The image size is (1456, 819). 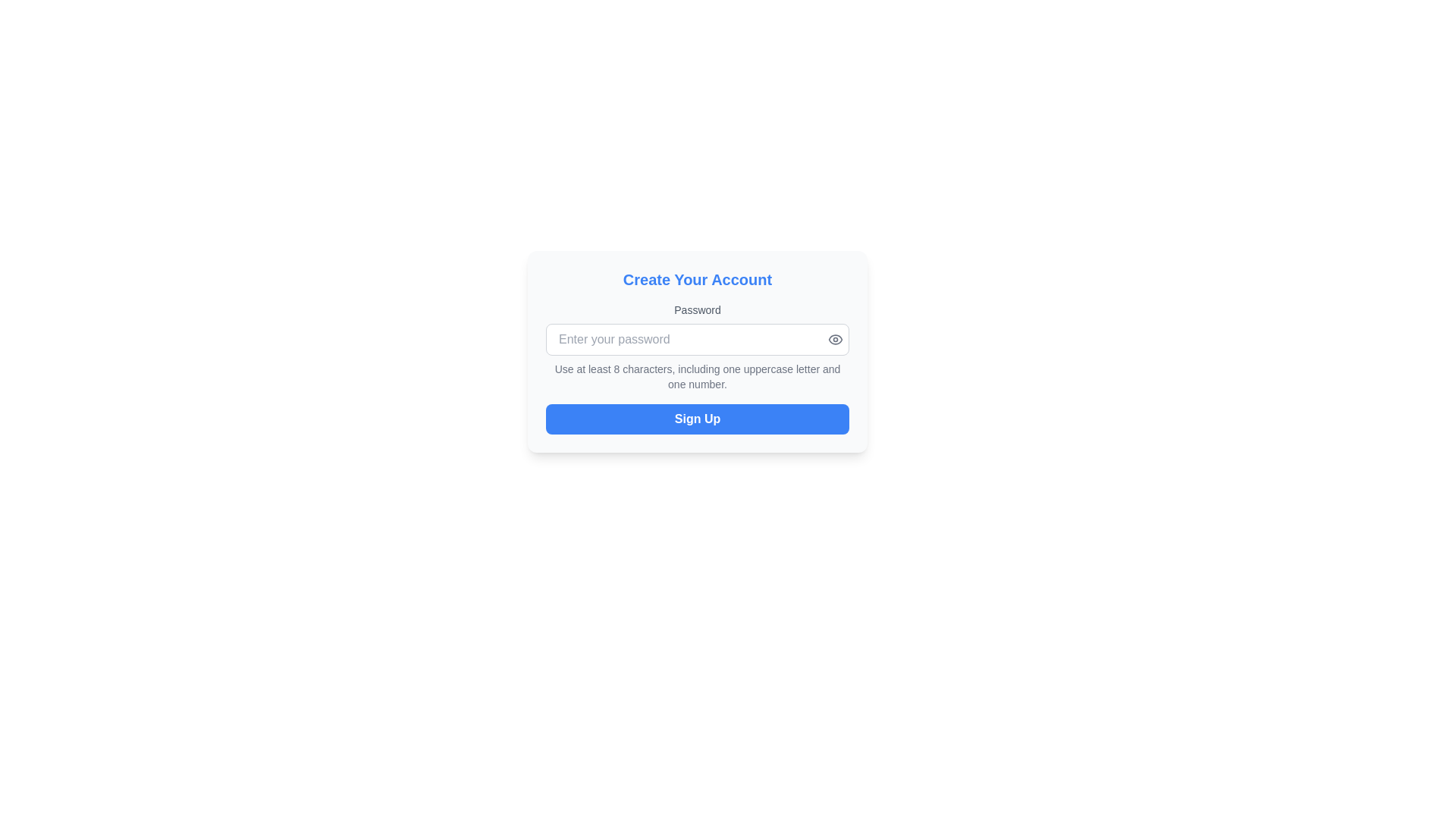 I want to click on the eye icon button, so click(x=835, y=338).